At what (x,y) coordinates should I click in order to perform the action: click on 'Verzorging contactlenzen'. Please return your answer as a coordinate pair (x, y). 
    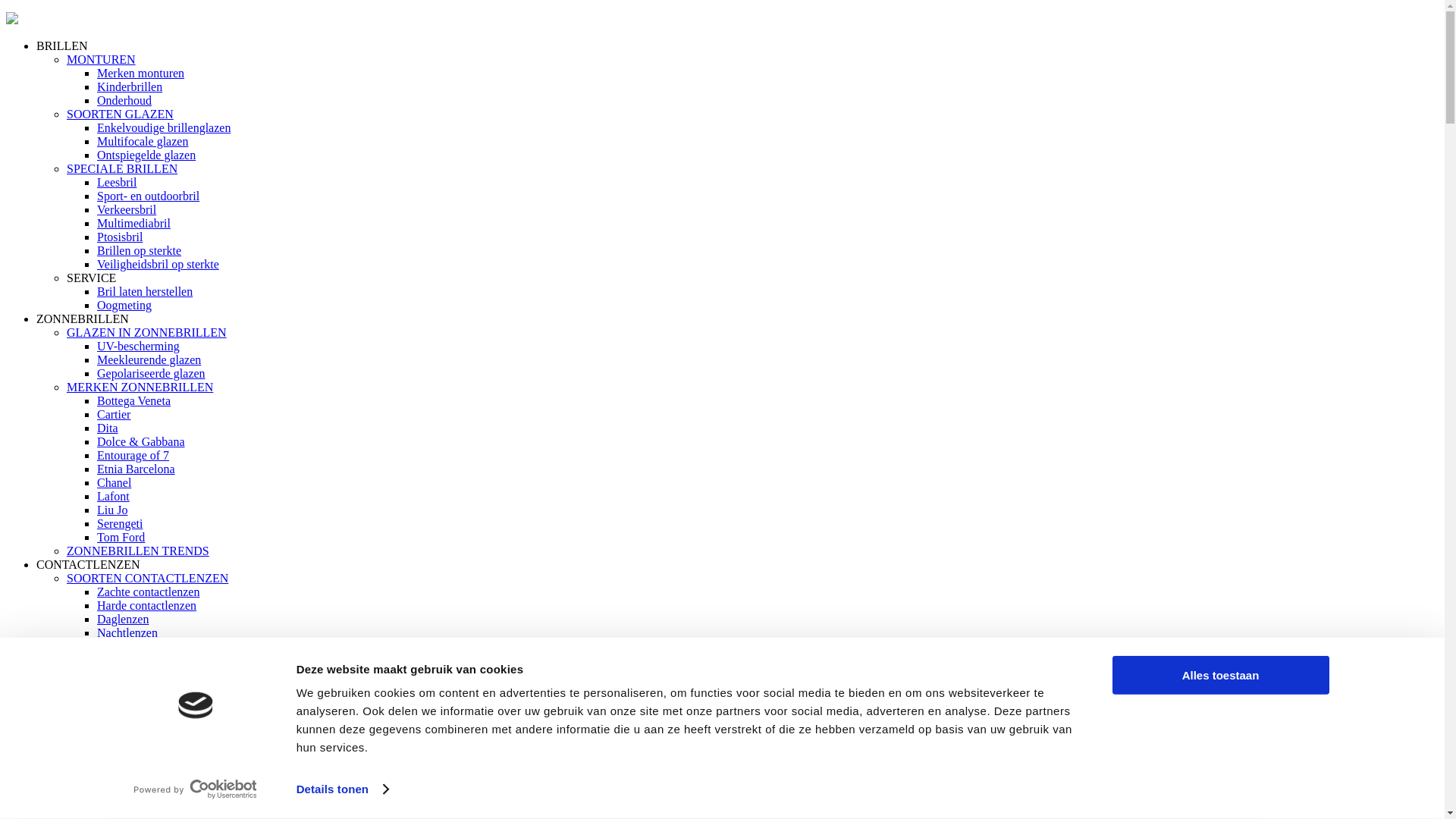
    Looking at the image, I should click on (158, 714).